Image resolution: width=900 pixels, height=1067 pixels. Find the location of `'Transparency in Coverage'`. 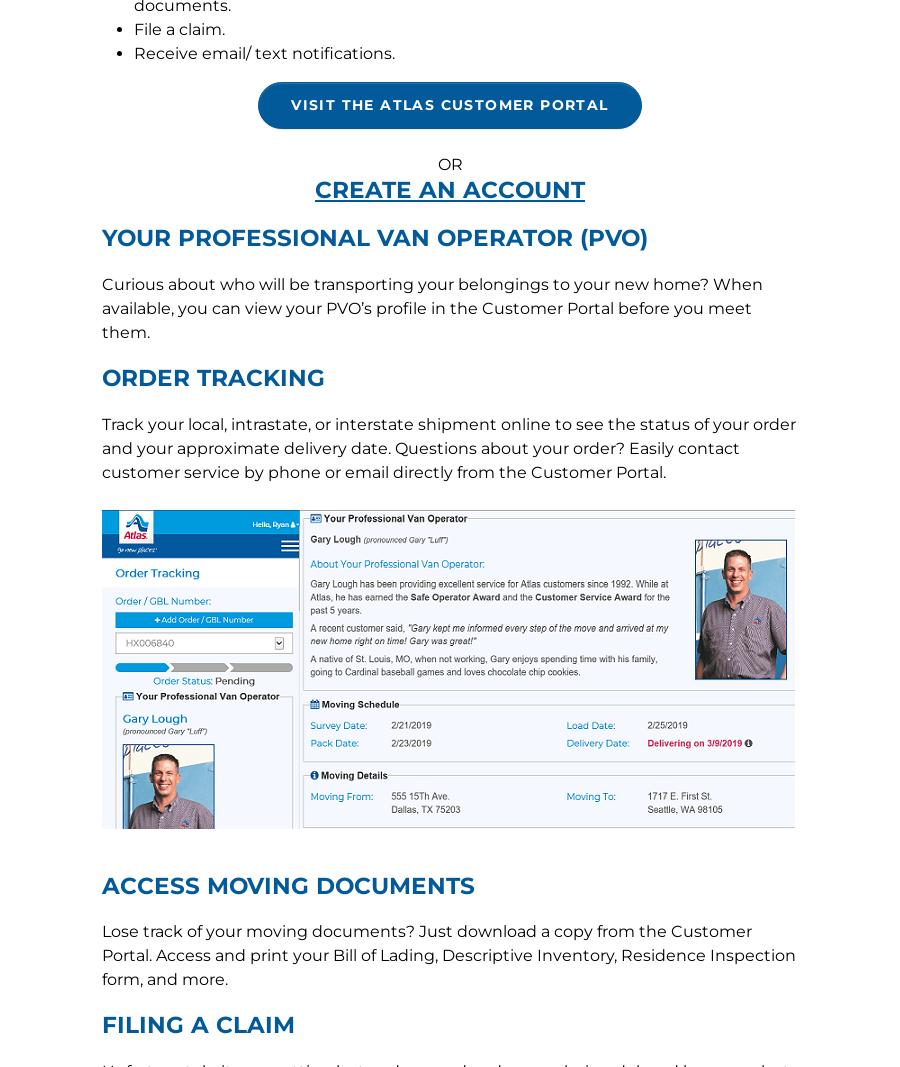

'Transparency in Coverage' is located at coordinates (519, 491).